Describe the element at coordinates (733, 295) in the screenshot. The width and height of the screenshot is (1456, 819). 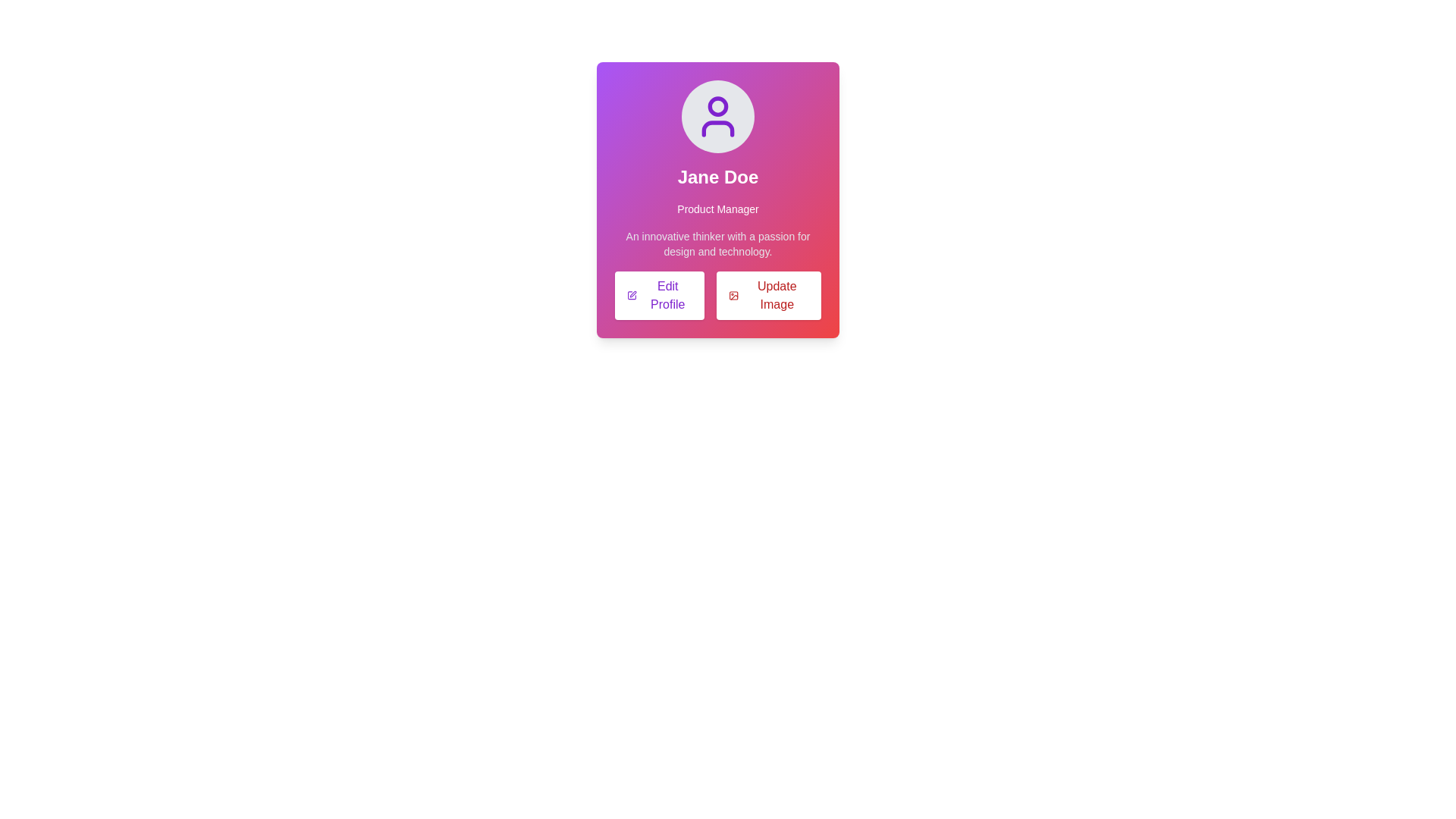
I see `the solid rectangle UI component that serves as a background for other graphic elements, located above the 'Update Image' button and to the right of the 'Edit Profile' button` at that location.